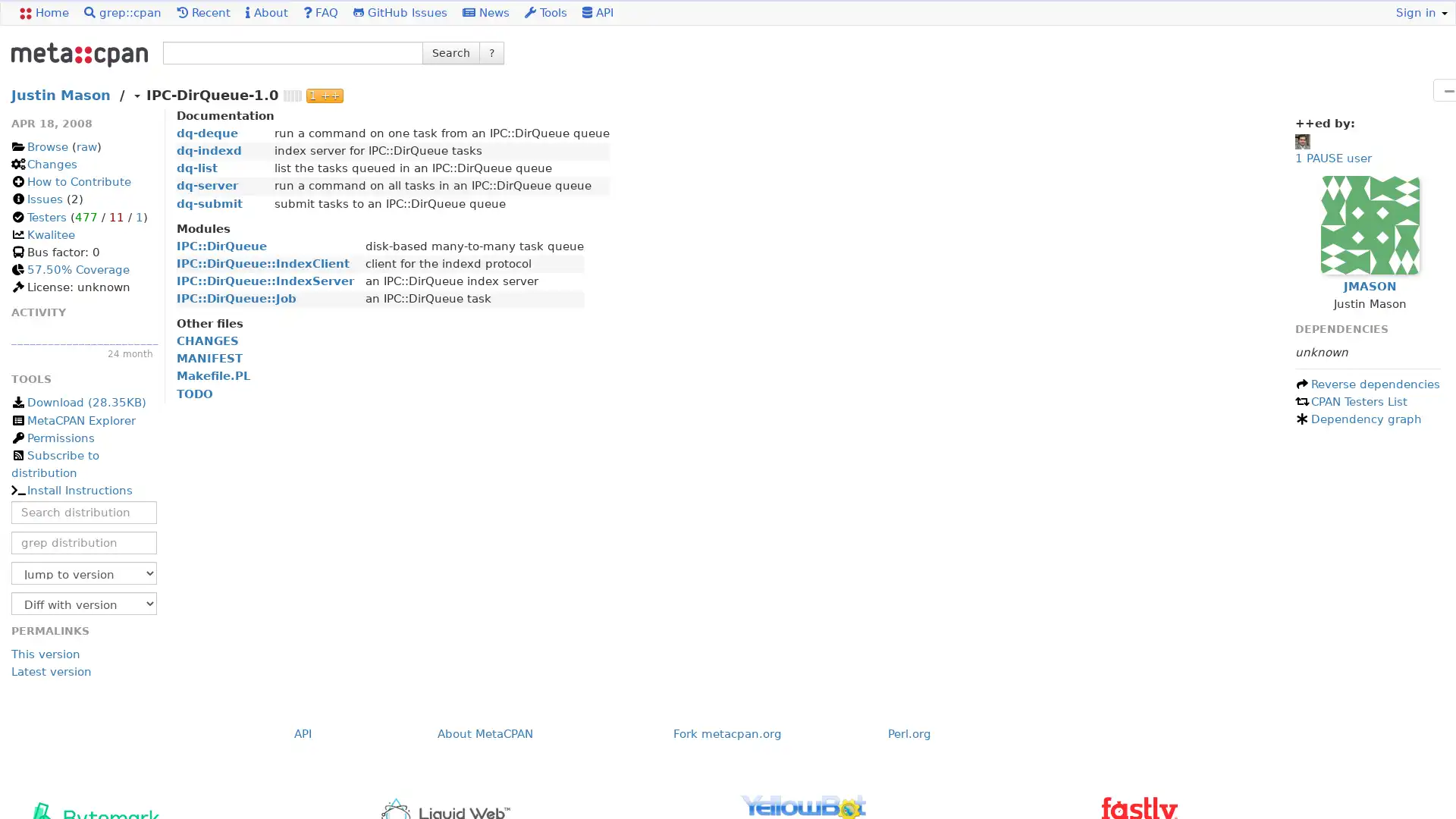 The height and width of the screenshot is (819, 1456). Describe the element at coordinates (491, 52) in the screenshot. I see `?` at that location.